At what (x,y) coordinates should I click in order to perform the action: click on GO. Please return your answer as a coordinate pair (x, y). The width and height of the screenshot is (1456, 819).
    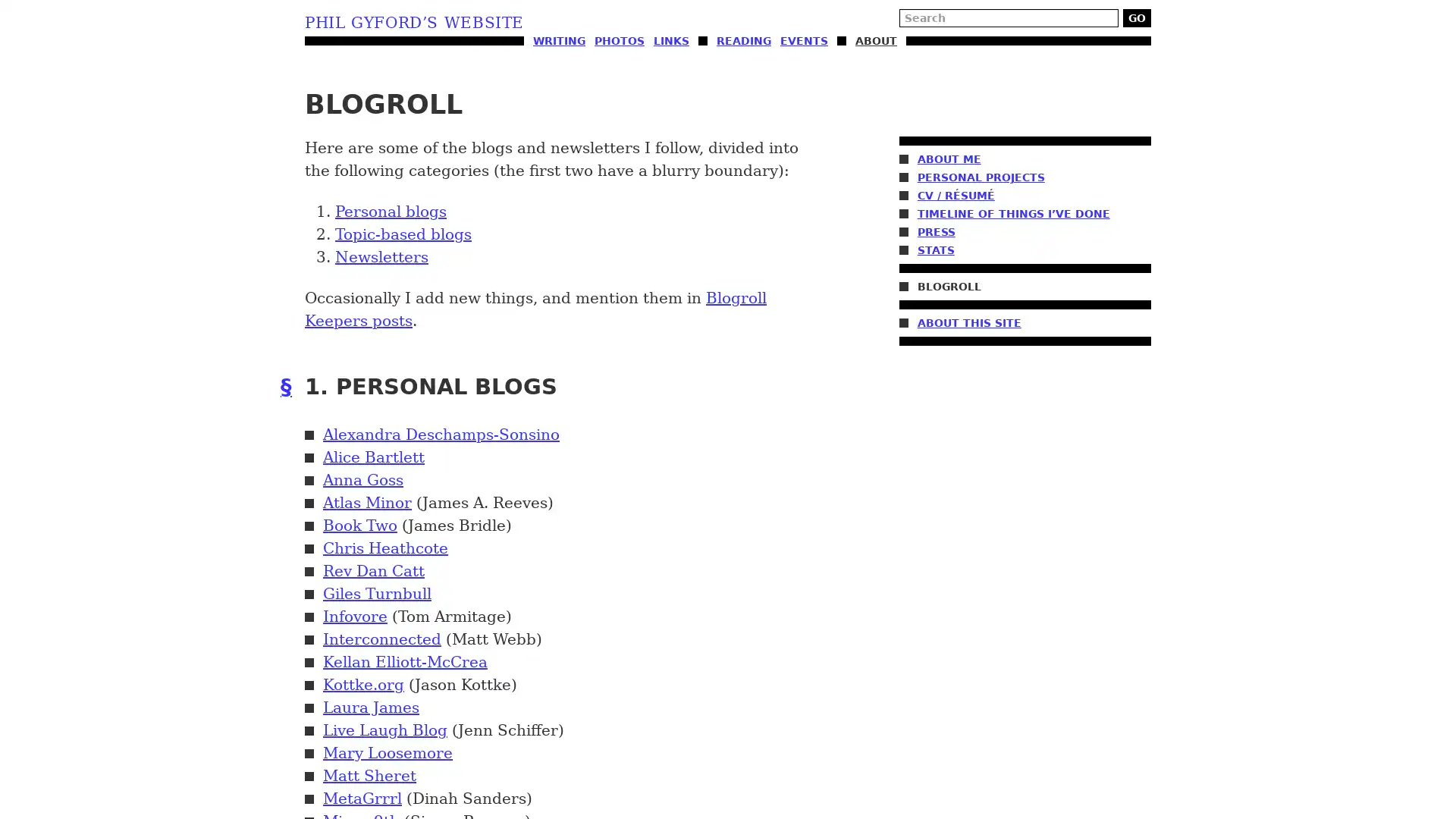
    Looking at the image, I should click on (1137, 17).